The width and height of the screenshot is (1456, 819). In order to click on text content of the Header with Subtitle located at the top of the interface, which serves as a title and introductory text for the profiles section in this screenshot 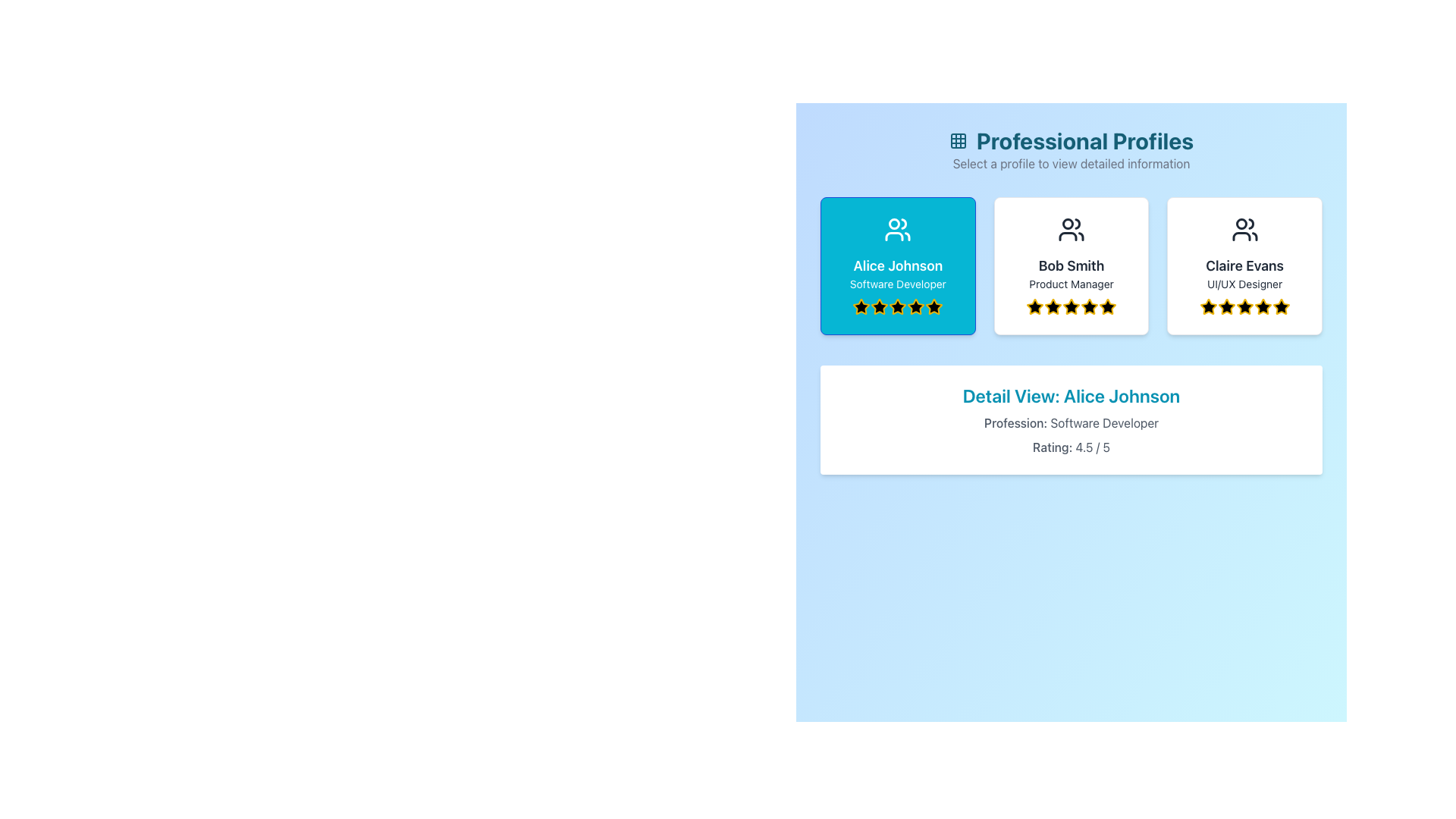, I will do `click(1070, 149)`.